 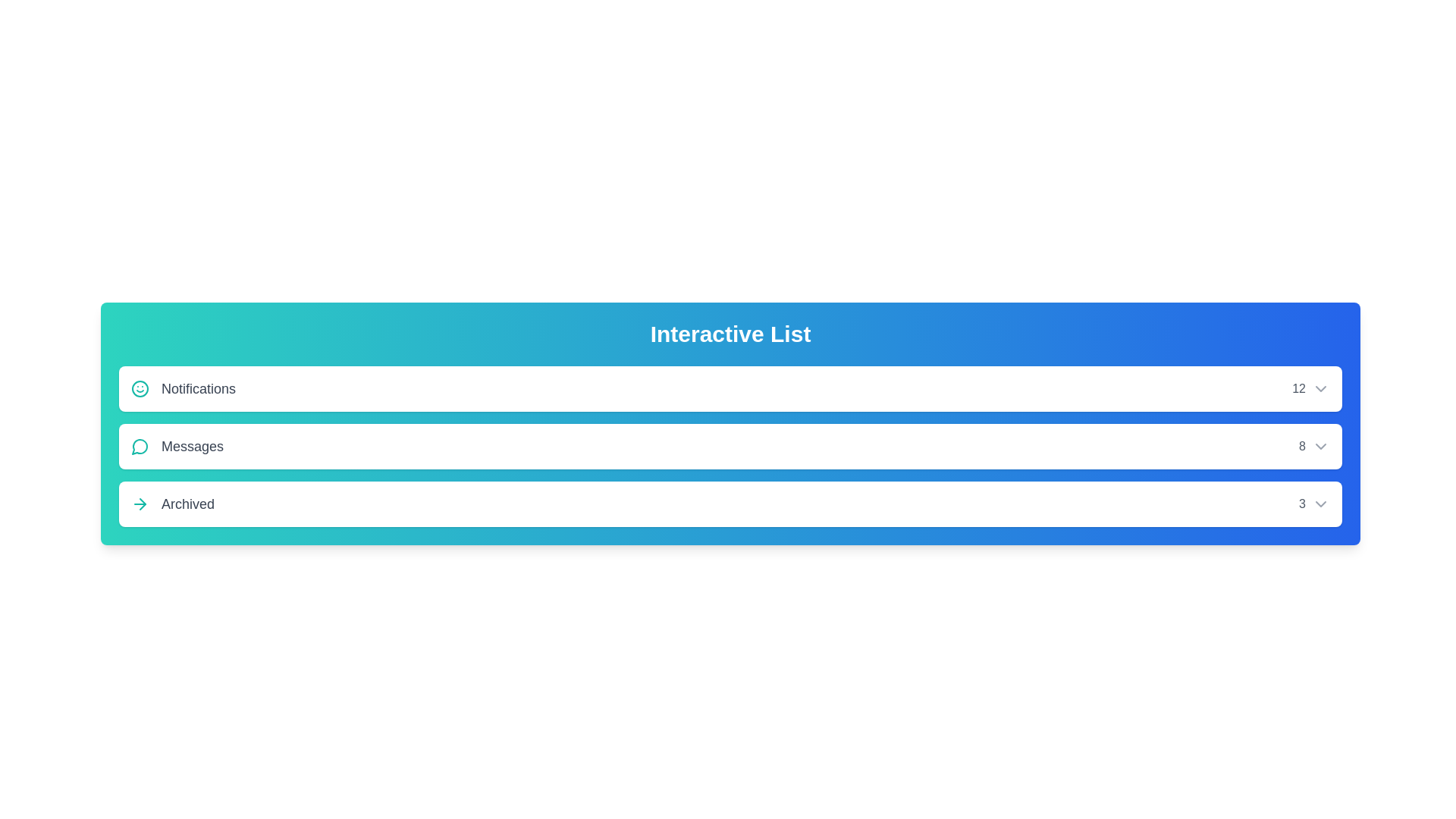 I want to click on the list item Messages to observe hover effects, so click(x=730, y=446).